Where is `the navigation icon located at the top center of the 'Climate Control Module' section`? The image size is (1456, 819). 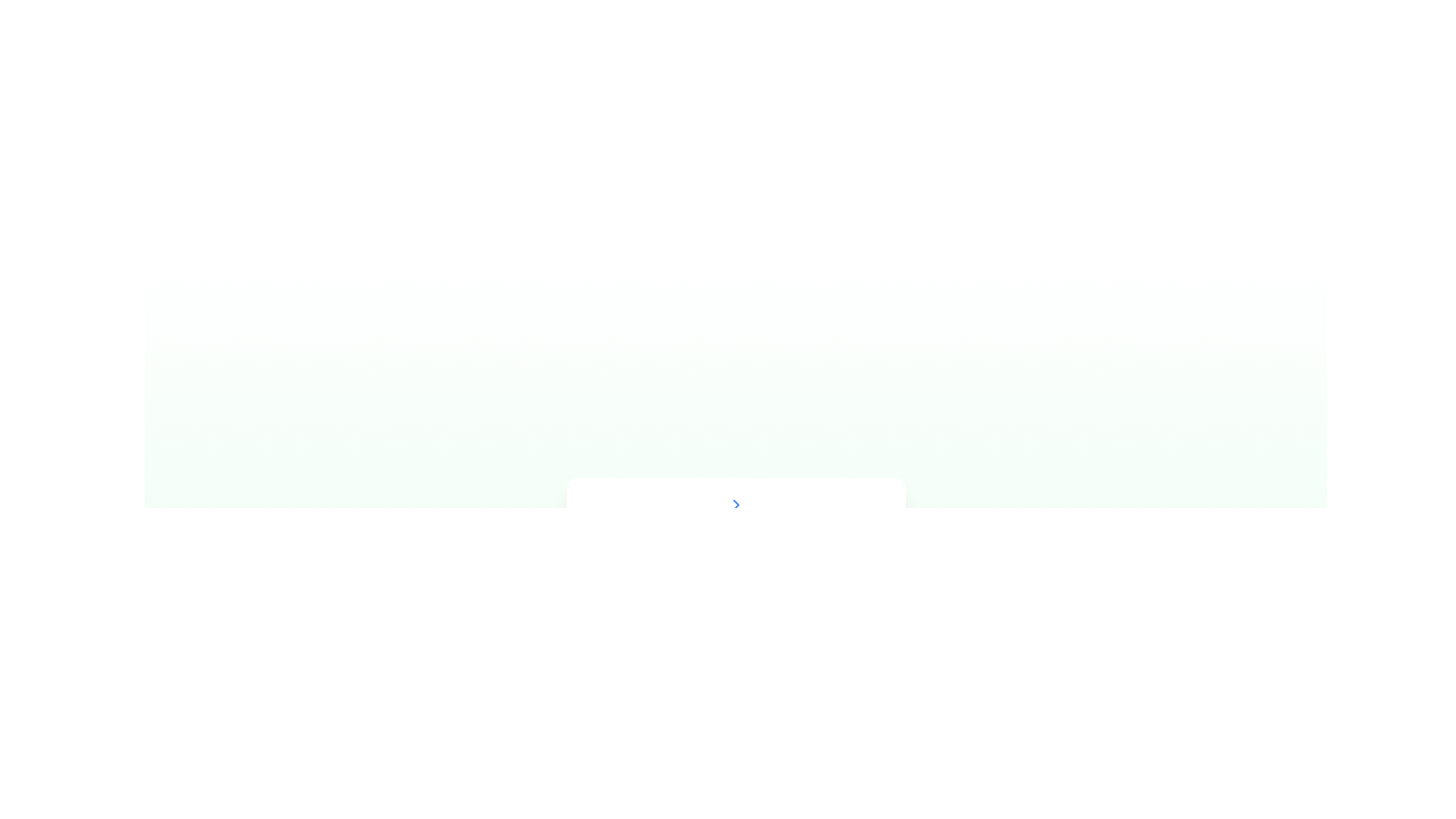
the navigation icon located at the top center of the 'Climate Control Module' section is located at coordinates (736, 505).